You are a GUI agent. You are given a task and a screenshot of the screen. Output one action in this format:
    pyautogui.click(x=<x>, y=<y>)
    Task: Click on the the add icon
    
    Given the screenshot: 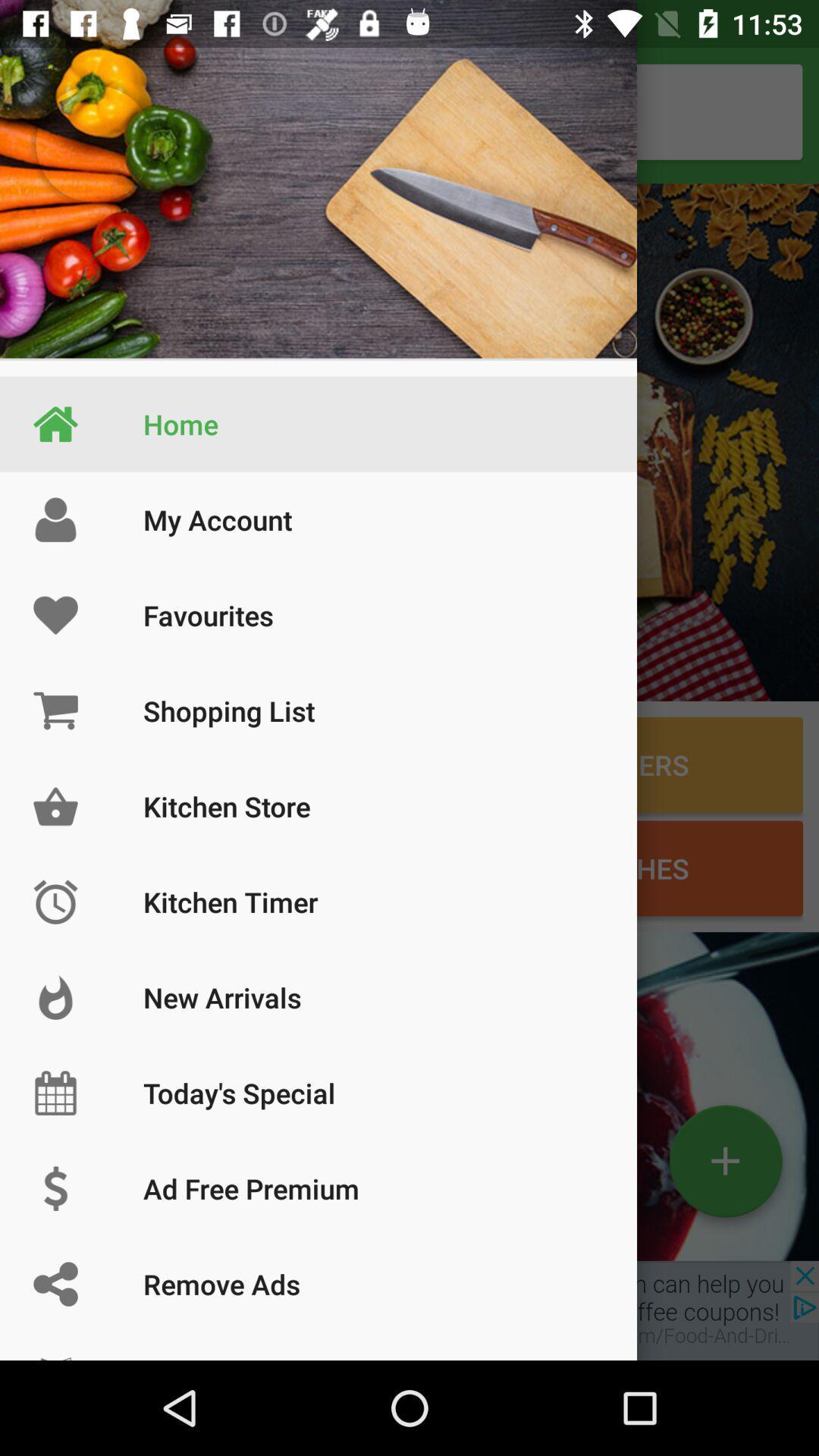 What is the action you would take?
    pyautogui.click(x=724, y=1166)
    